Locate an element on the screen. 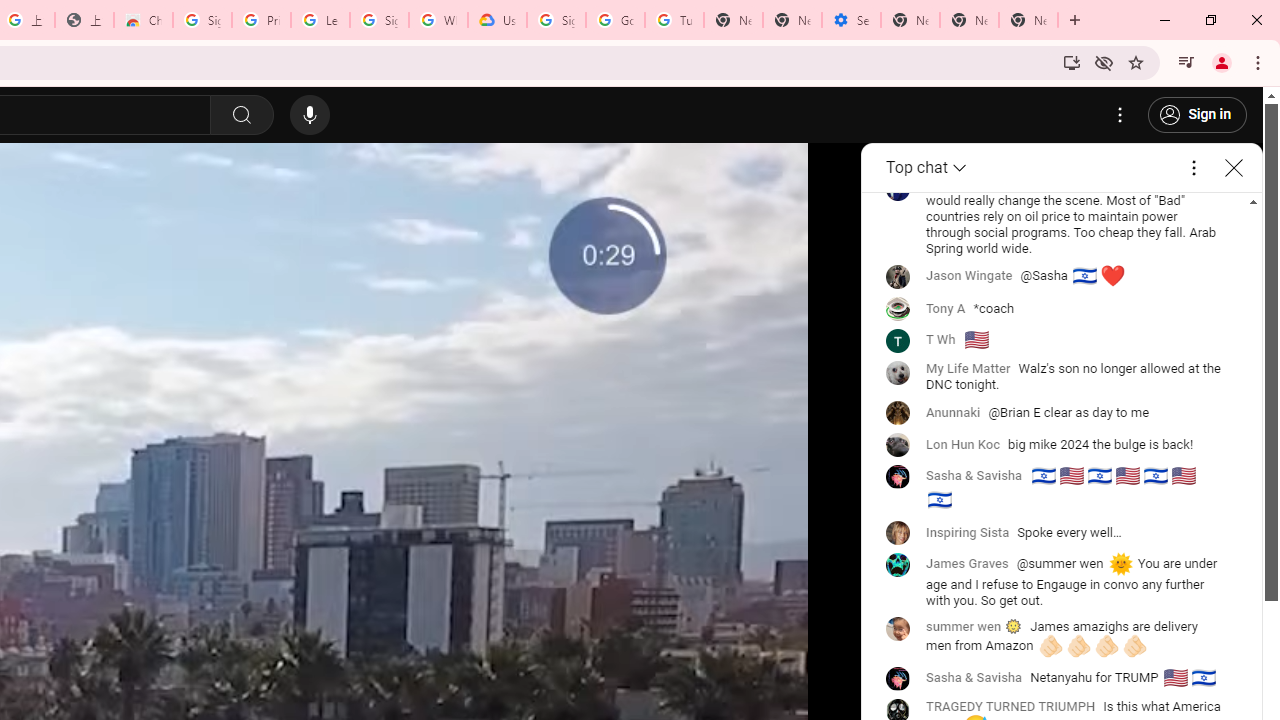 The height and width of the screenshot is (720, 1280). 'Who are Google' is located at coordinates (437, 20).